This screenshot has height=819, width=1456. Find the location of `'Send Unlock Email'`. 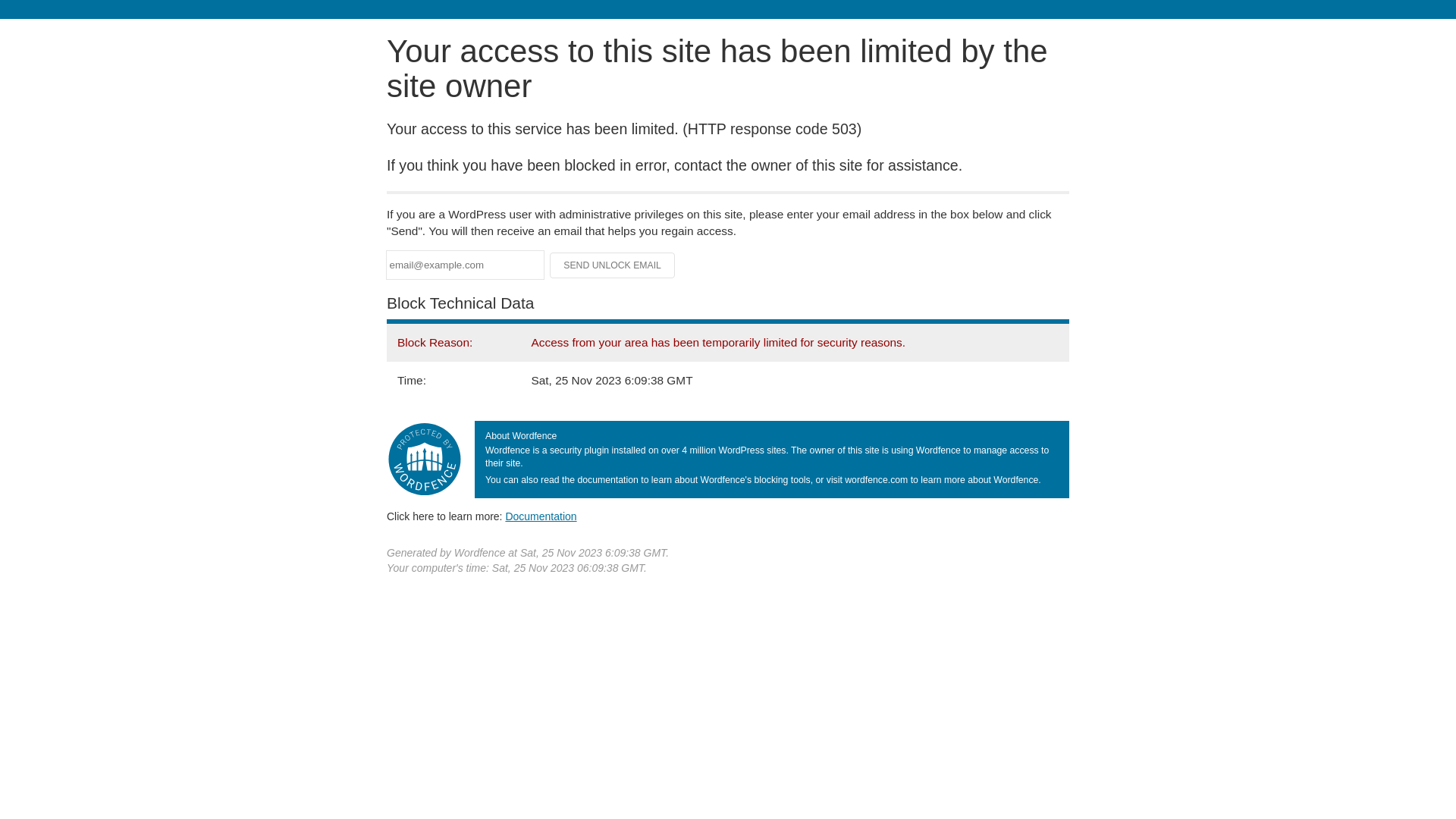

'Send Unlock Email' is located at coordinates (612, 265).